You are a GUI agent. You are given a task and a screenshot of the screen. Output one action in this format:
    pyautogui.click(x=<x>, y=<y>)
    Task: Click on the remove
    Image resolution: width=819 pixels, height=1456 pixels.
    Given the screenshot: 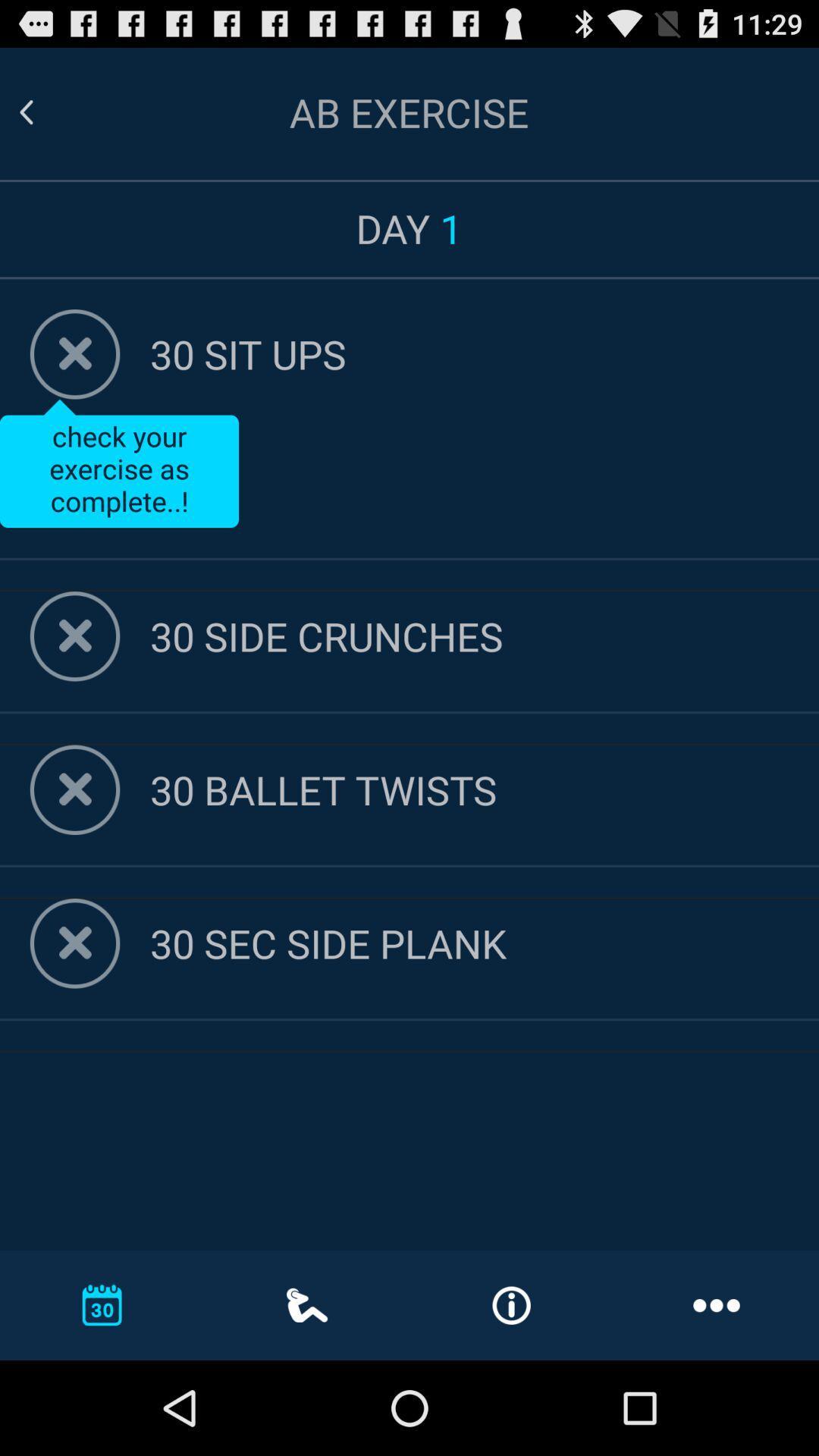 What is the action you would take?
    pyautogui.click(x=75, y=353)
    